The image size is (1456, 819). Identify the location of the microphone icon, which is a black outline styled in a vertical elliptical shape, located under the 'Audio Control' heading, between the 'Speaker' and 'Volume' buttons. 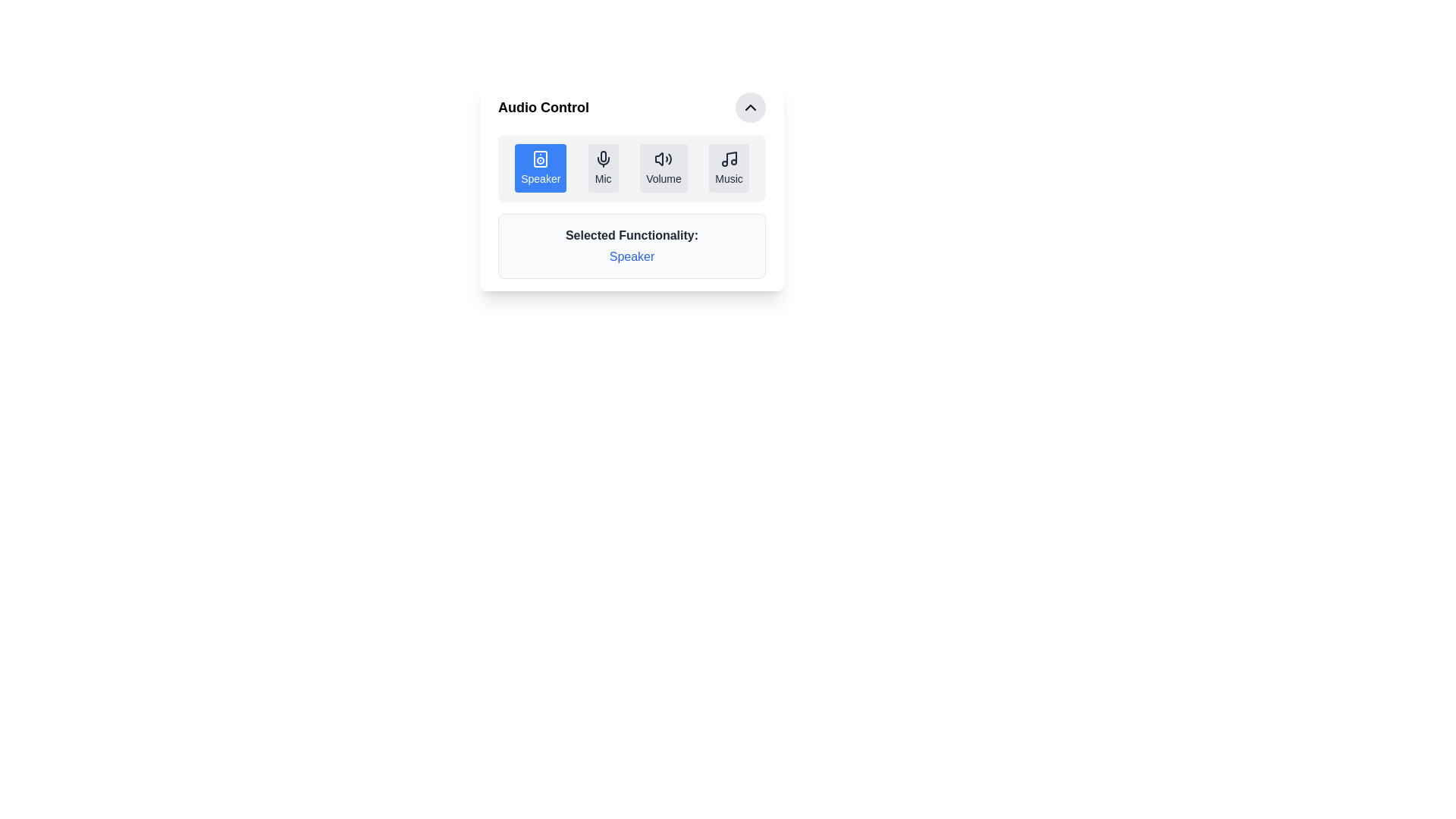
(602, 158).